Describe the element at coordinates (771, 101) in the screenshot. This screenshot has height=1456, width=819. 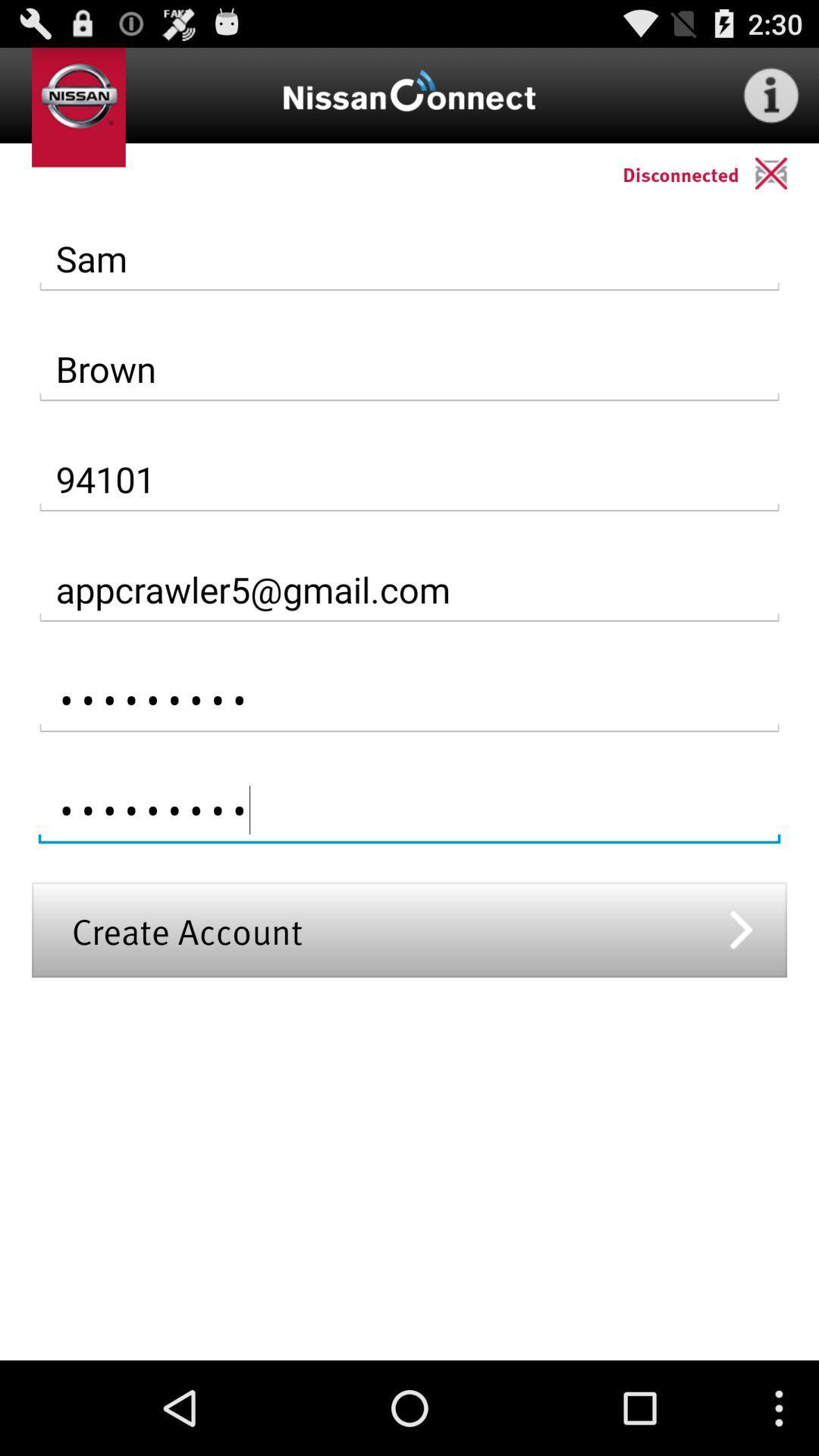
I see `the info icon` at that location.